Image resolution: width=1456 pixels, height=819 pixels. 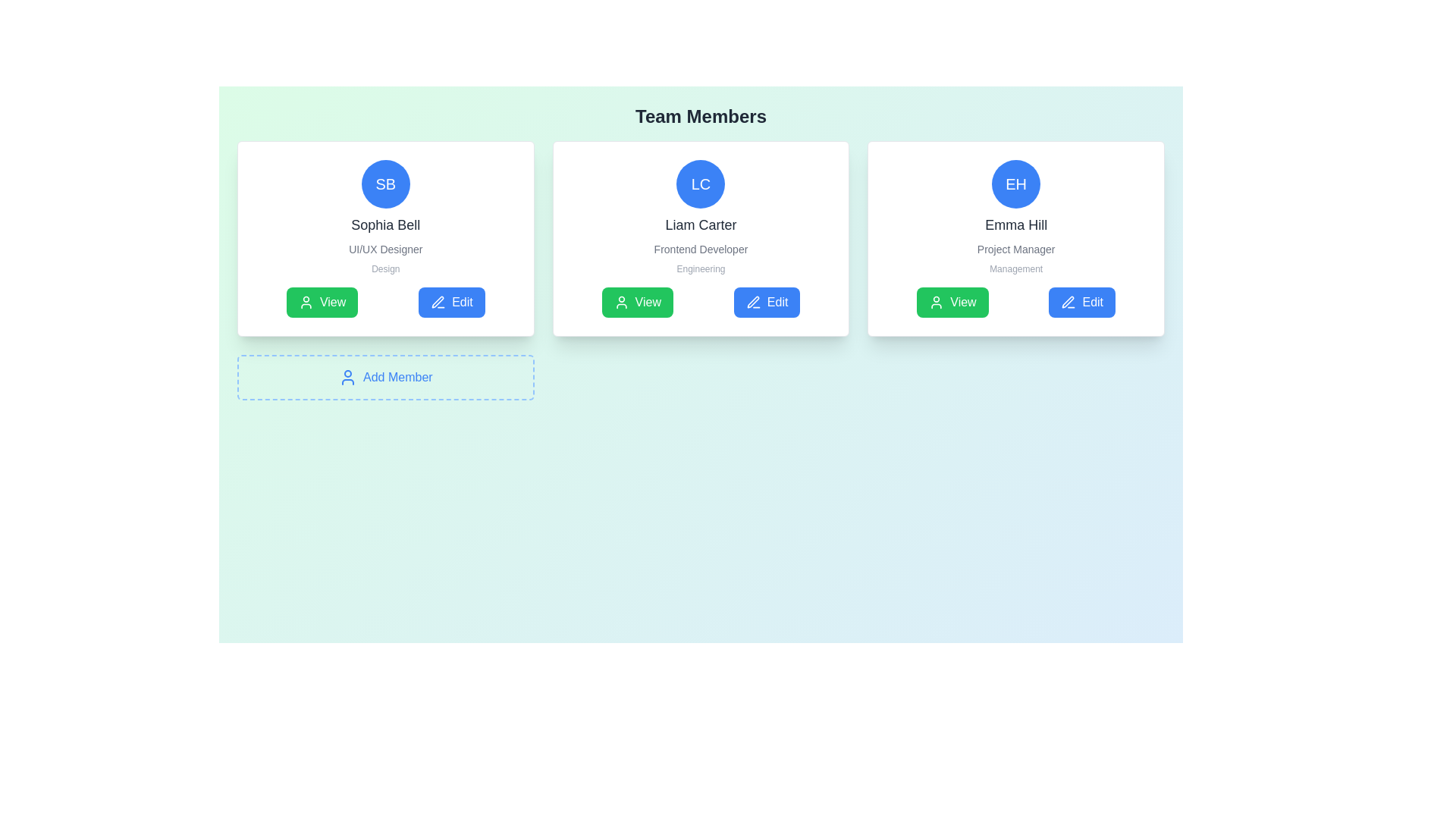 I want to click on 'Team Members' heading text, which is a bold black title positioned at the top of the interface to understand the section's purpose, so click(x=700, y=116).